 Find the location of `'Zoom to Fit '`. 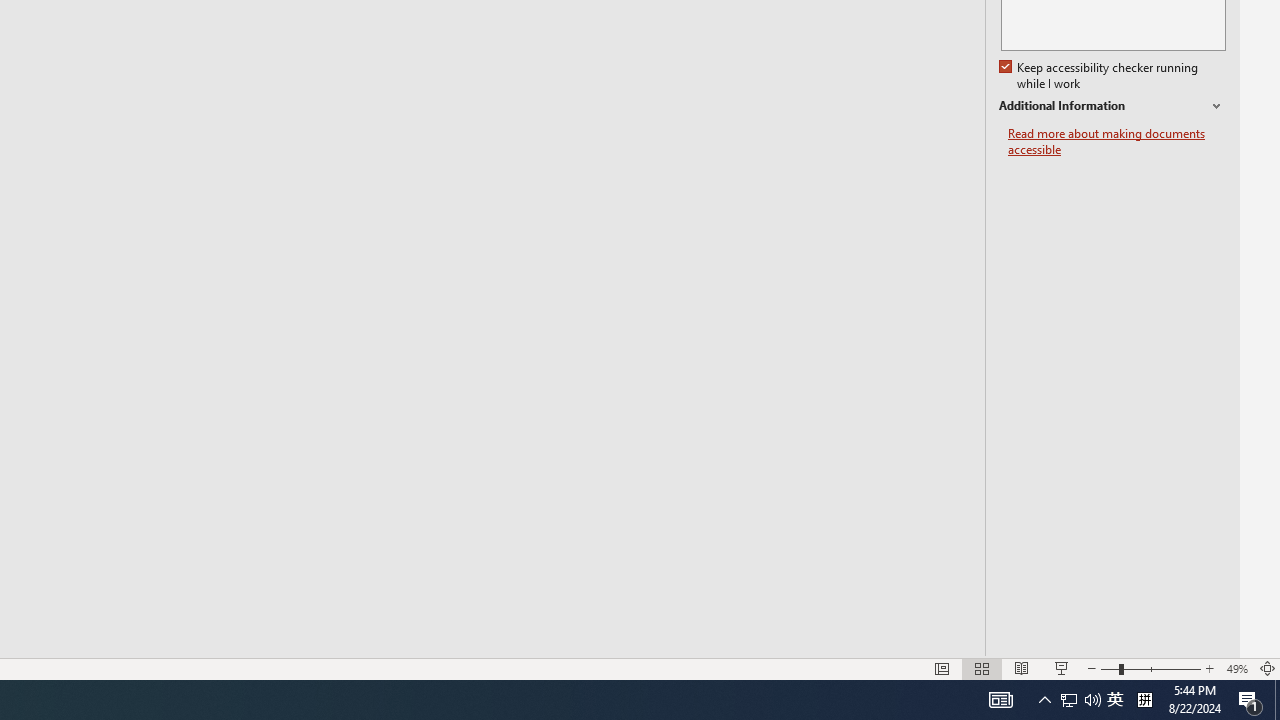

'Zoom to Fit ' is located at coordinates (1266, 669).